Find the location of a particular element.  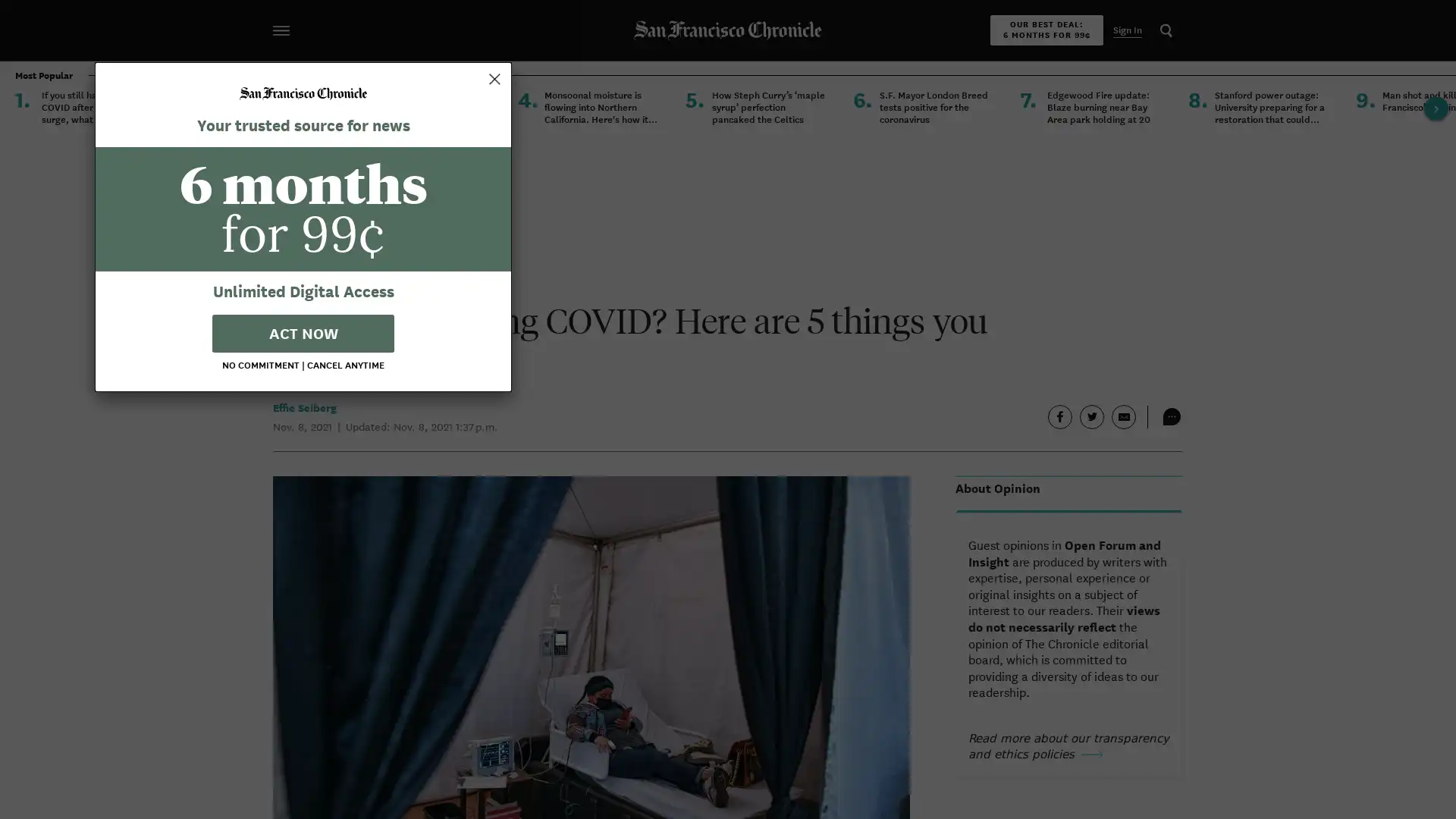

navigation is located at coordinates (281, 30).